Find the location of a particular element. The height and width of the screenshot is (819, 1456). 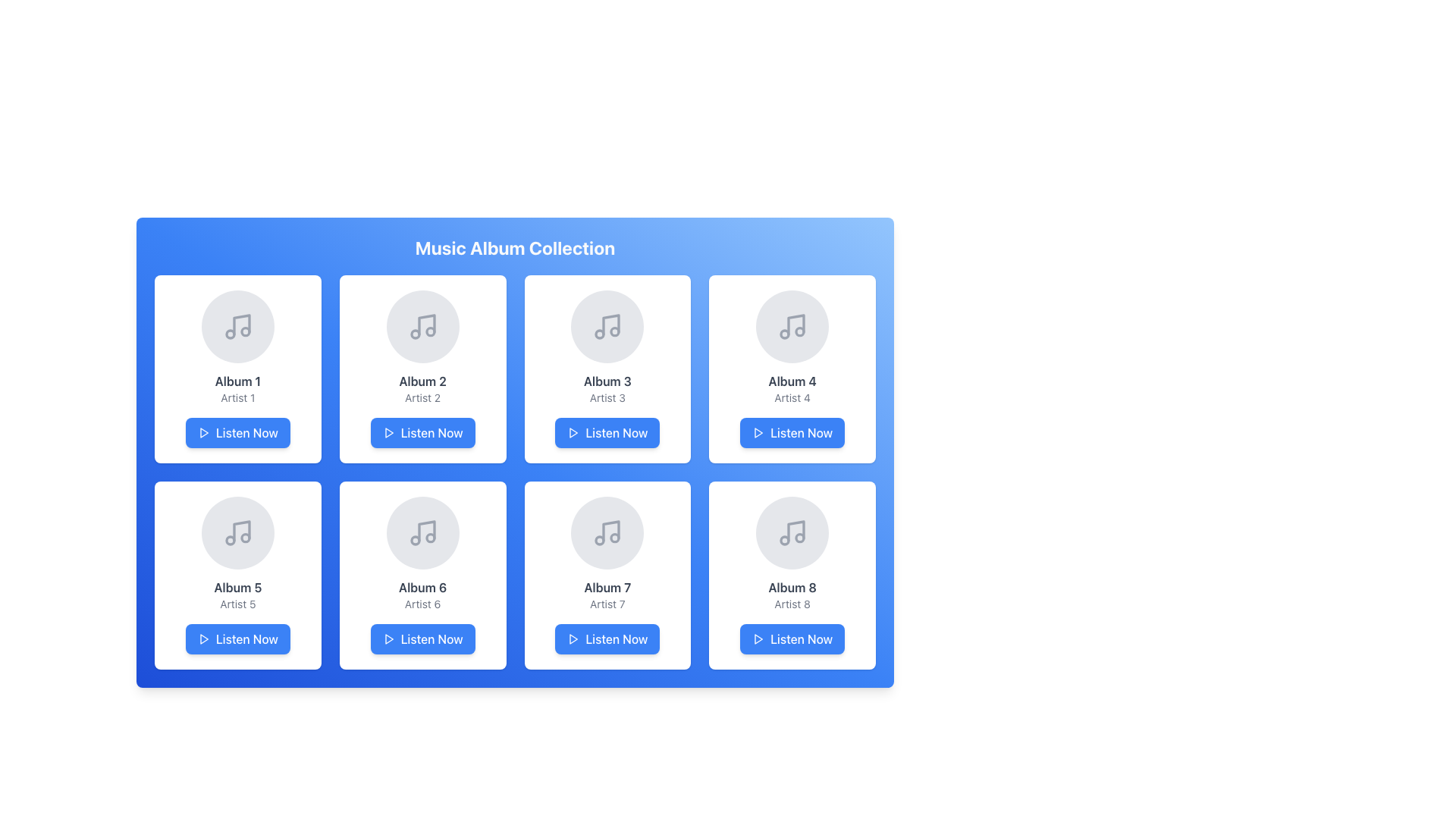

the music note icon located within the circular background of the 'Album 6' card in the second row, third column of the music grid layout is located at coordinates (422, 532).